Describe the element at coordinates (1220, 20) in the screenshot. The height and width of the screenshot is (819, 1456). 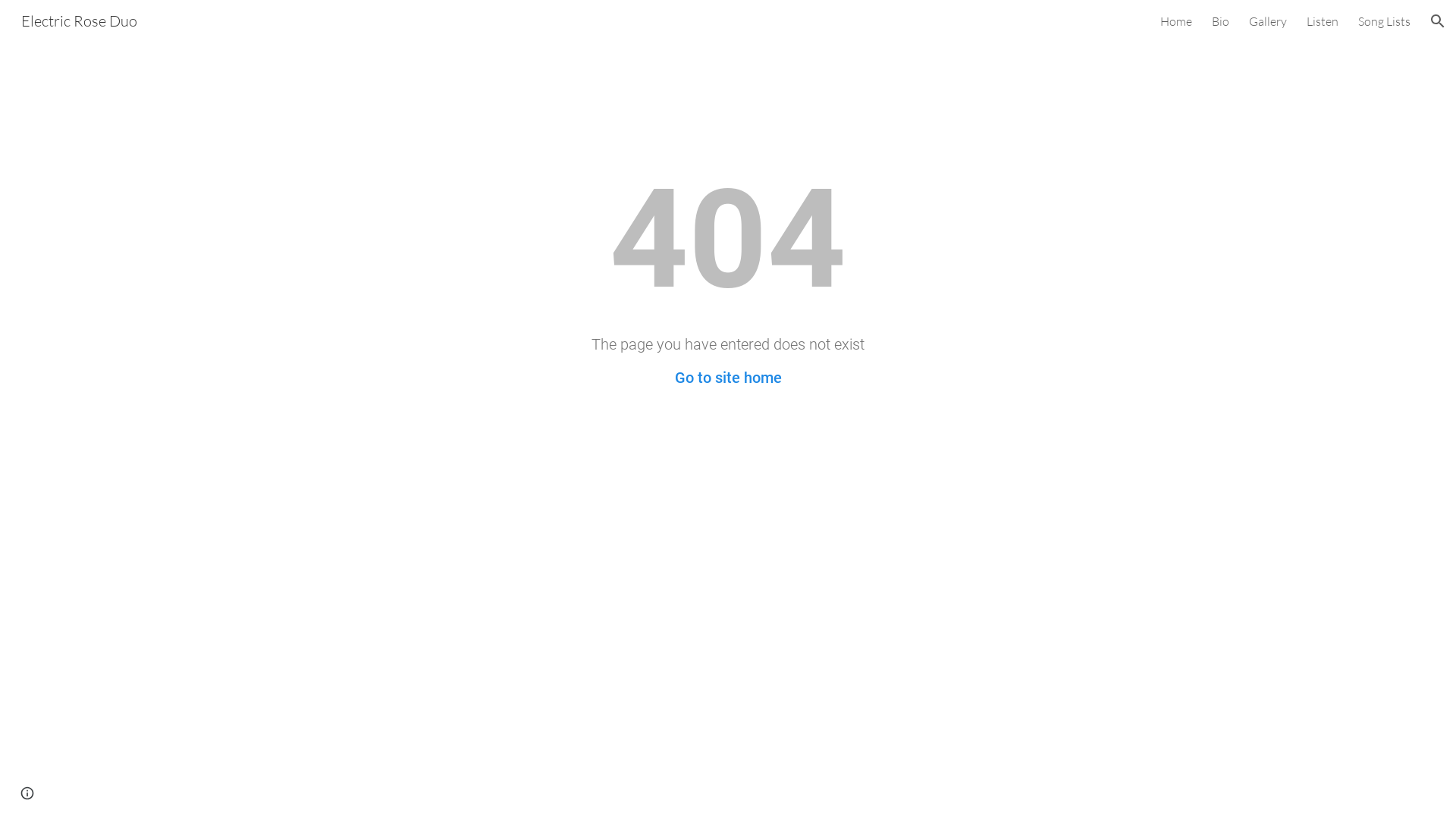
I see `'Bio'` at that location.